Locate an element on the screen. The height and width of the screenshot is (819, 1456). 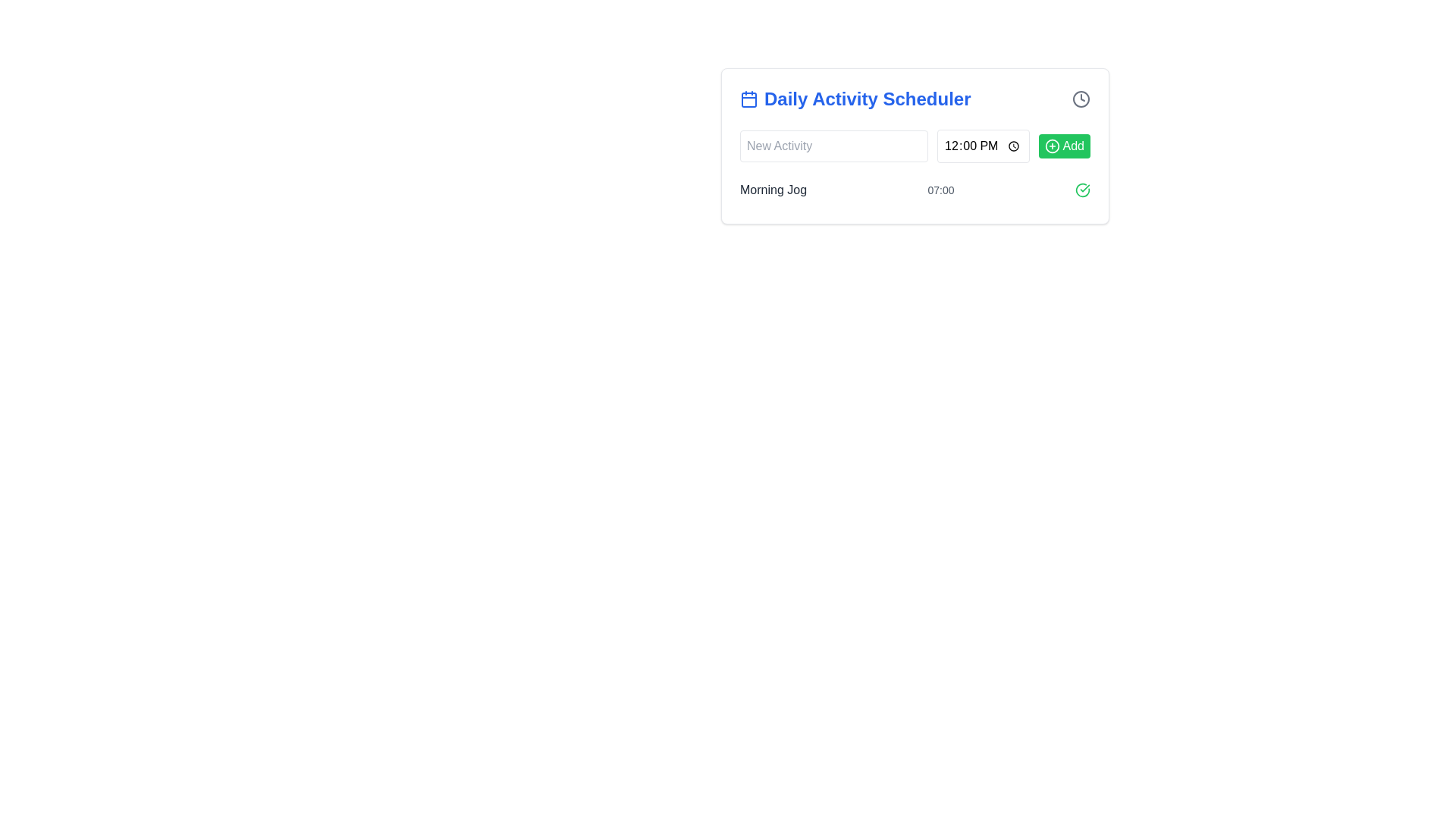
the static text element that represents the scheduled time for 'Morning Jog', which is positioned to the right of the 'Morning Jog' text is located at coordinates (940, 189).